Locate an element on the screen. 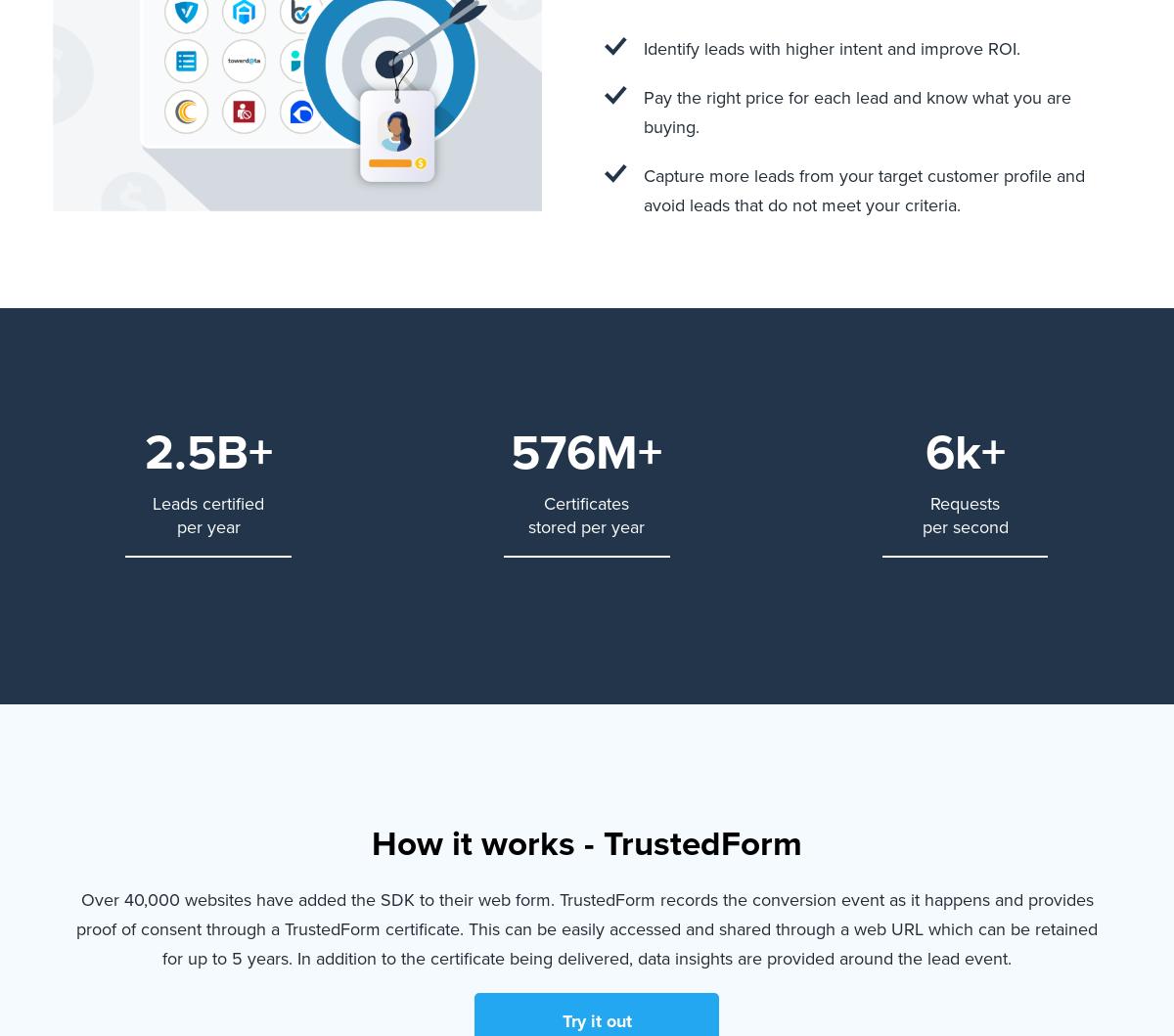  'per second' is located at coordinates (922, 524).